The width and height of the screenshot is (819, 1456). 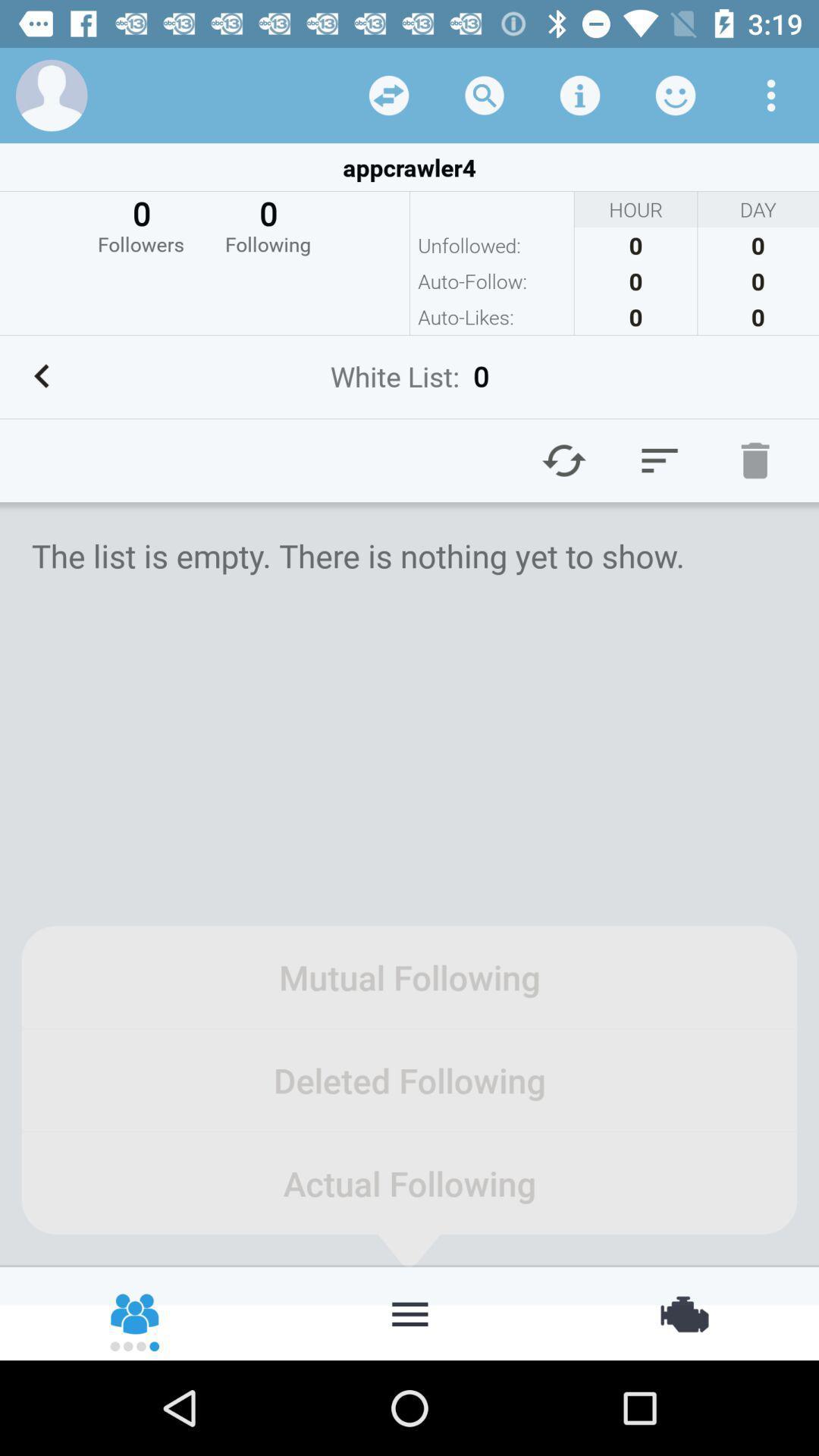 What do you see at coordinates (140, 224) in the screenshot?
I see `0 followers` at bounding box center [140, 224].